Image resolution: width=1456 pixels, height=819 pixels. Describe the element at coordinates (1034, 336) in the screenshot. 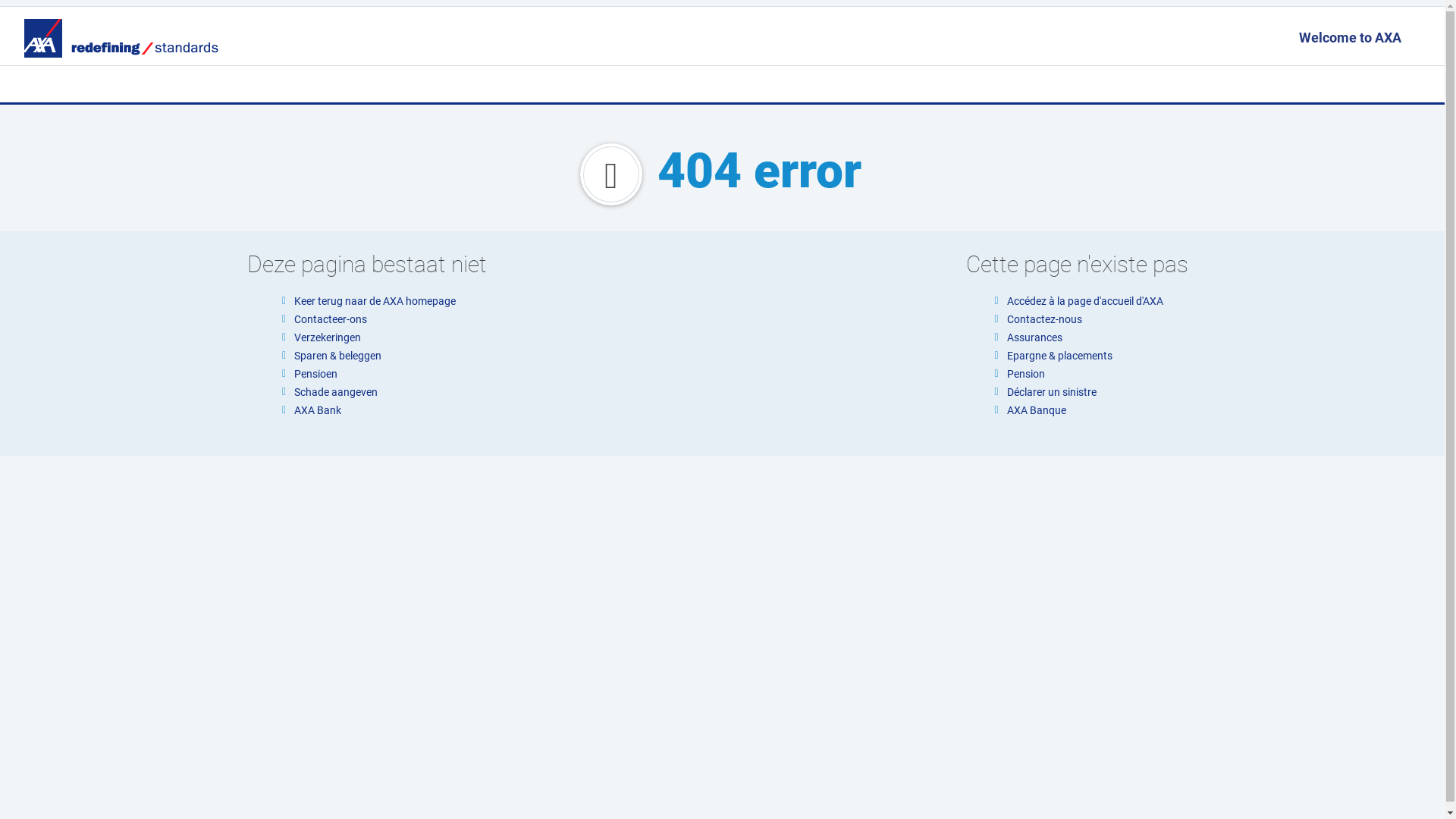

I see `'Assurances'` at that location.